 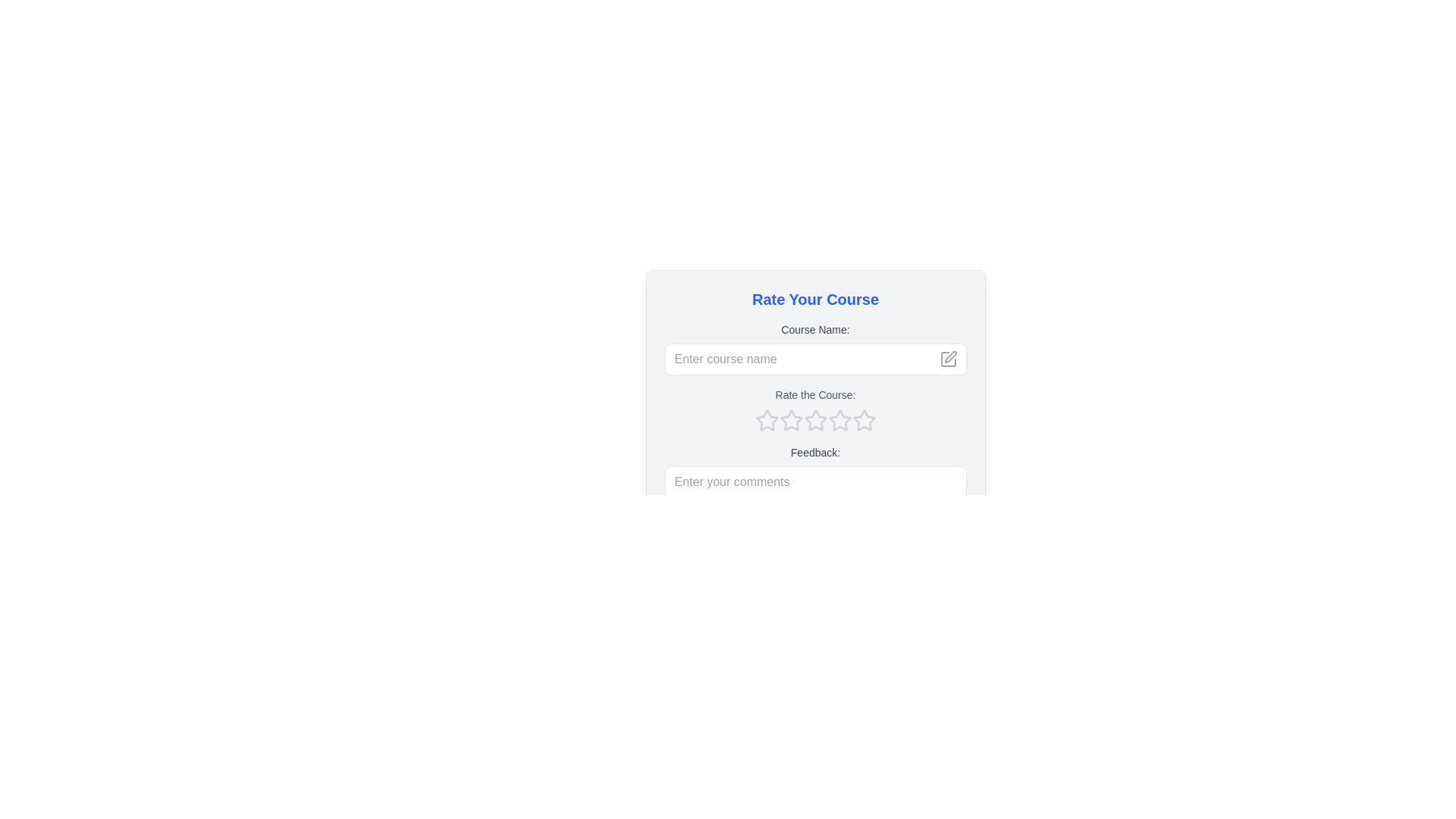 What do you see at coordinates (814, 299) in the screenshot?
I see `the title element that provides context and guidance for the review or feedback section, located at the top of the interface above 'Course Name:'` at bounding box center [814, 299].